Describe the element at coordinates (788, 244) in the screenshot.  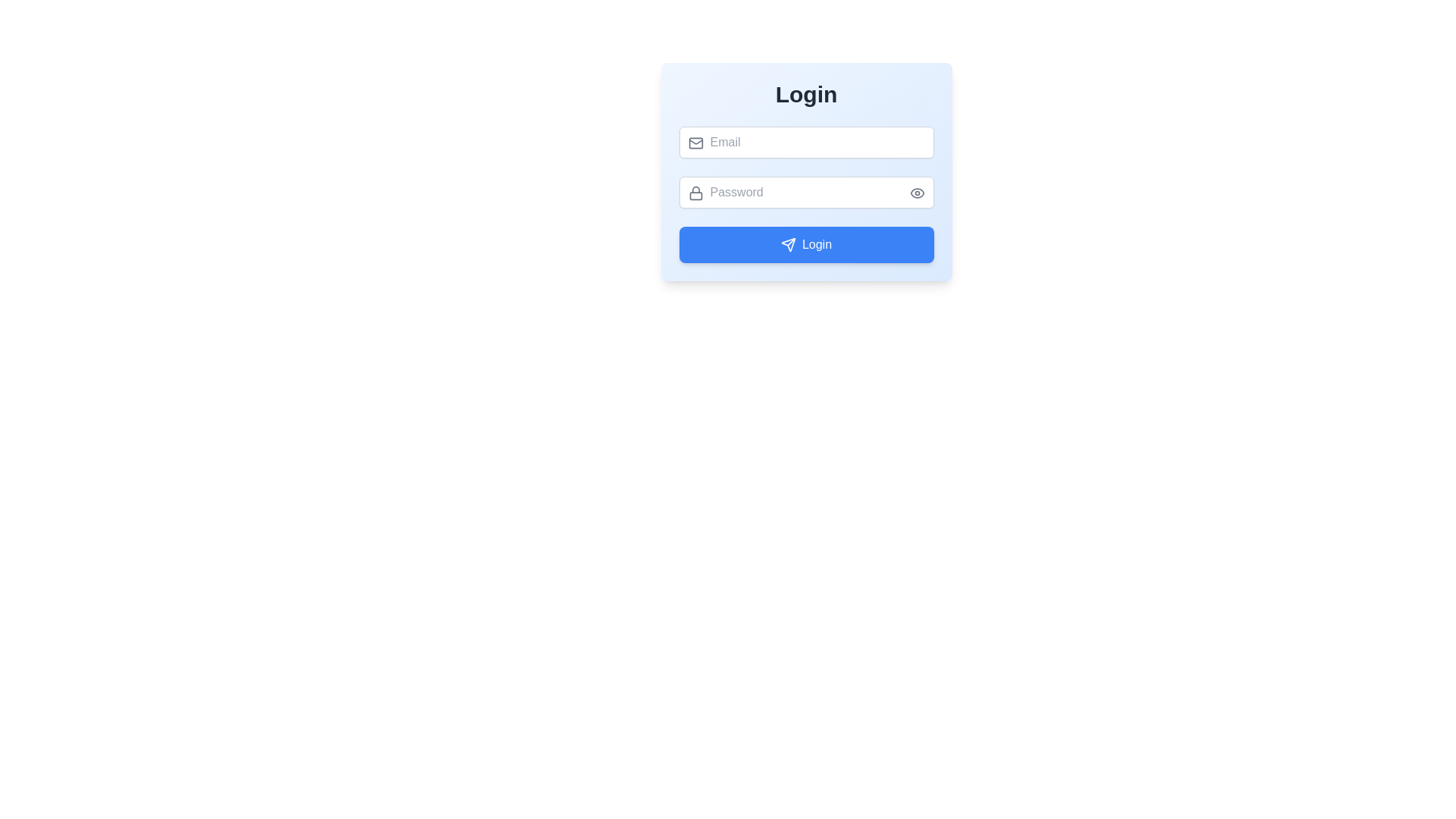
I see `the arrow-shaped icon resembling a paper airplane, located to the left of the text 'Login' within a blue button at the bottom of the login form to interact with the button` at that location.